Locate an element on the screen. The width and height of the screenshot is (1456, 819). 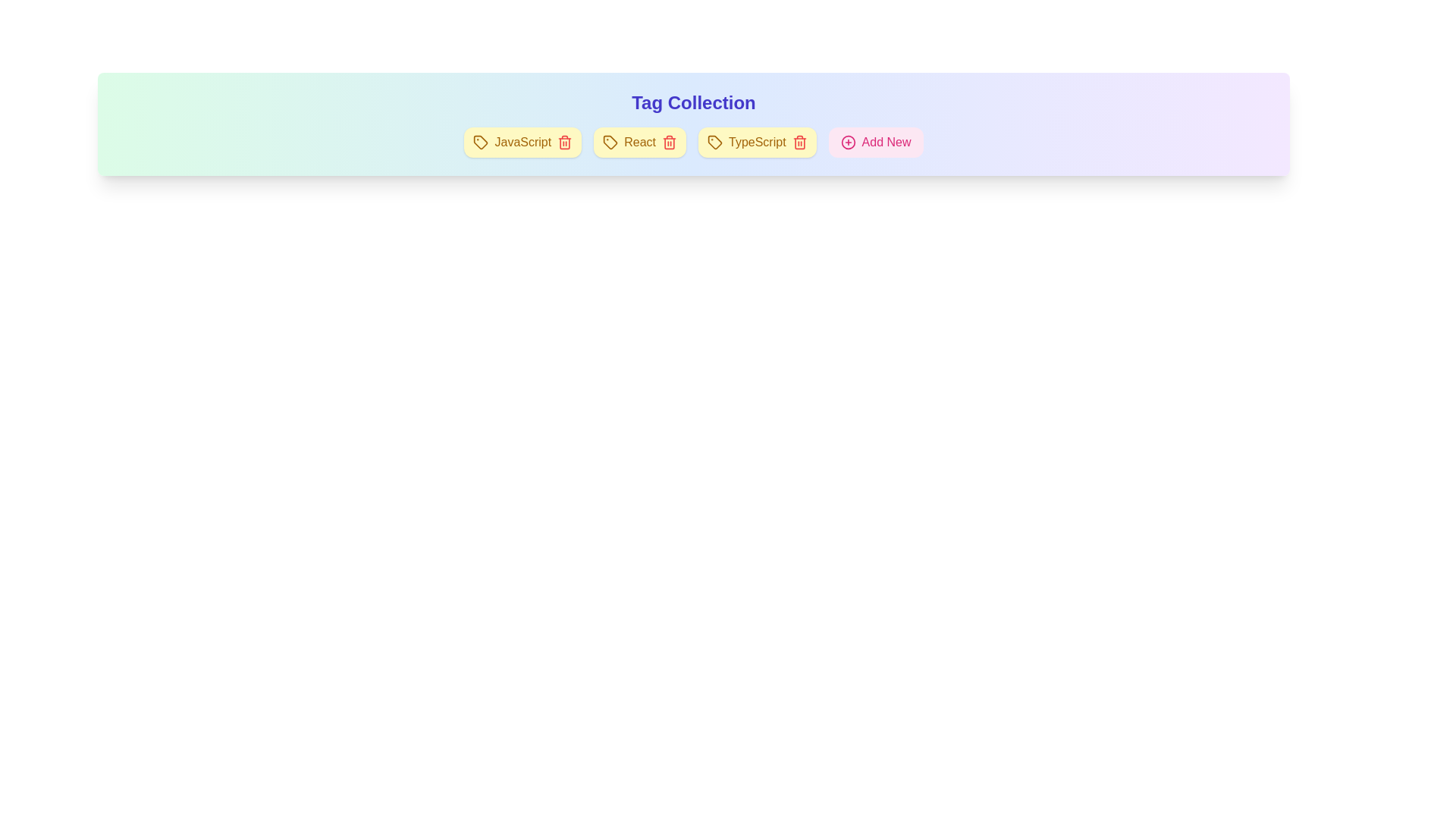
the delete icon button associated with the 'React' tag in the tag collection interface is located at coordinates (669, 143).